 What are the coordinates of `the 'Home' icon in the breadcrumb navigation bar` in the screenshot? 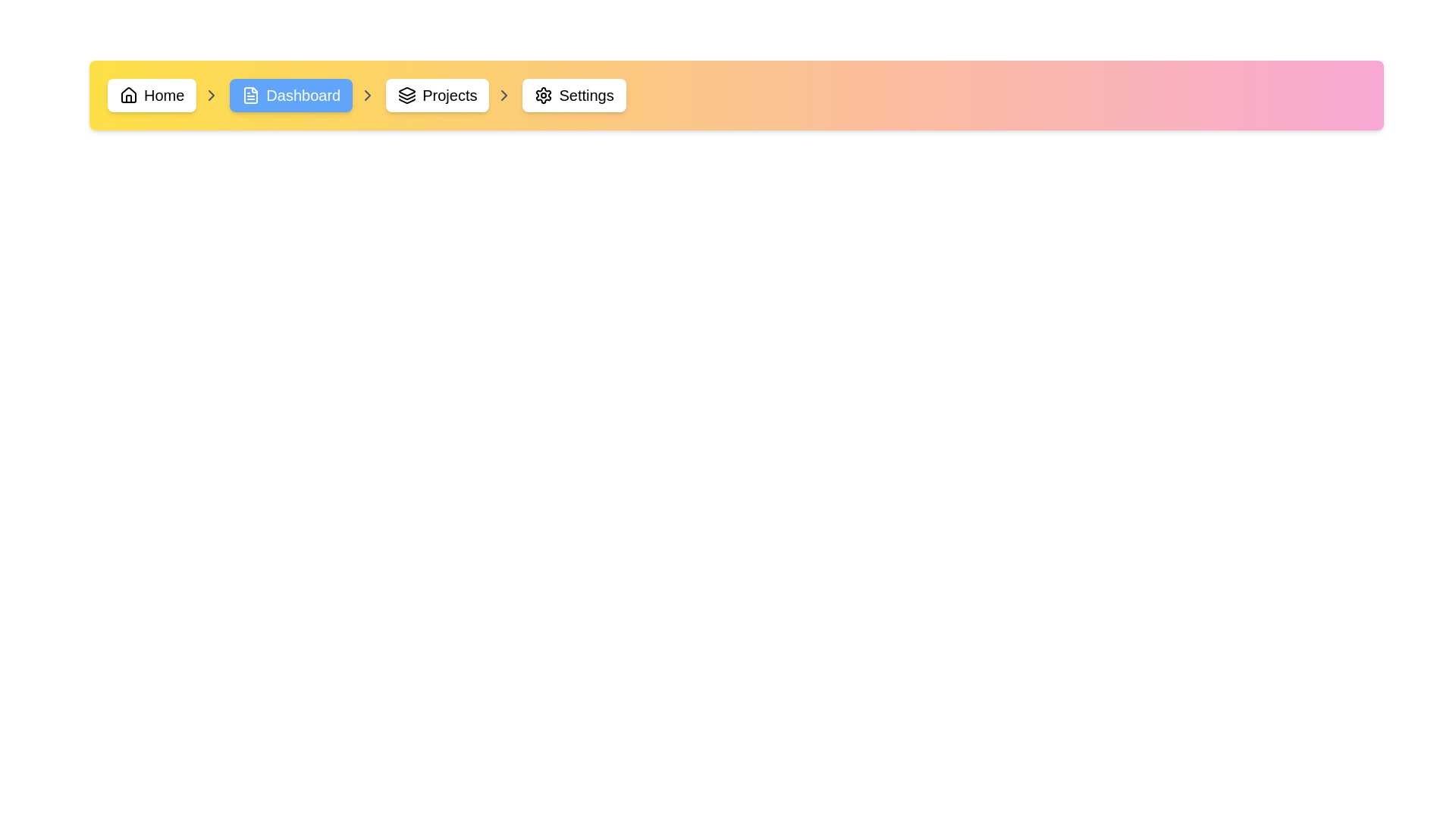 It's located at (128, 94).